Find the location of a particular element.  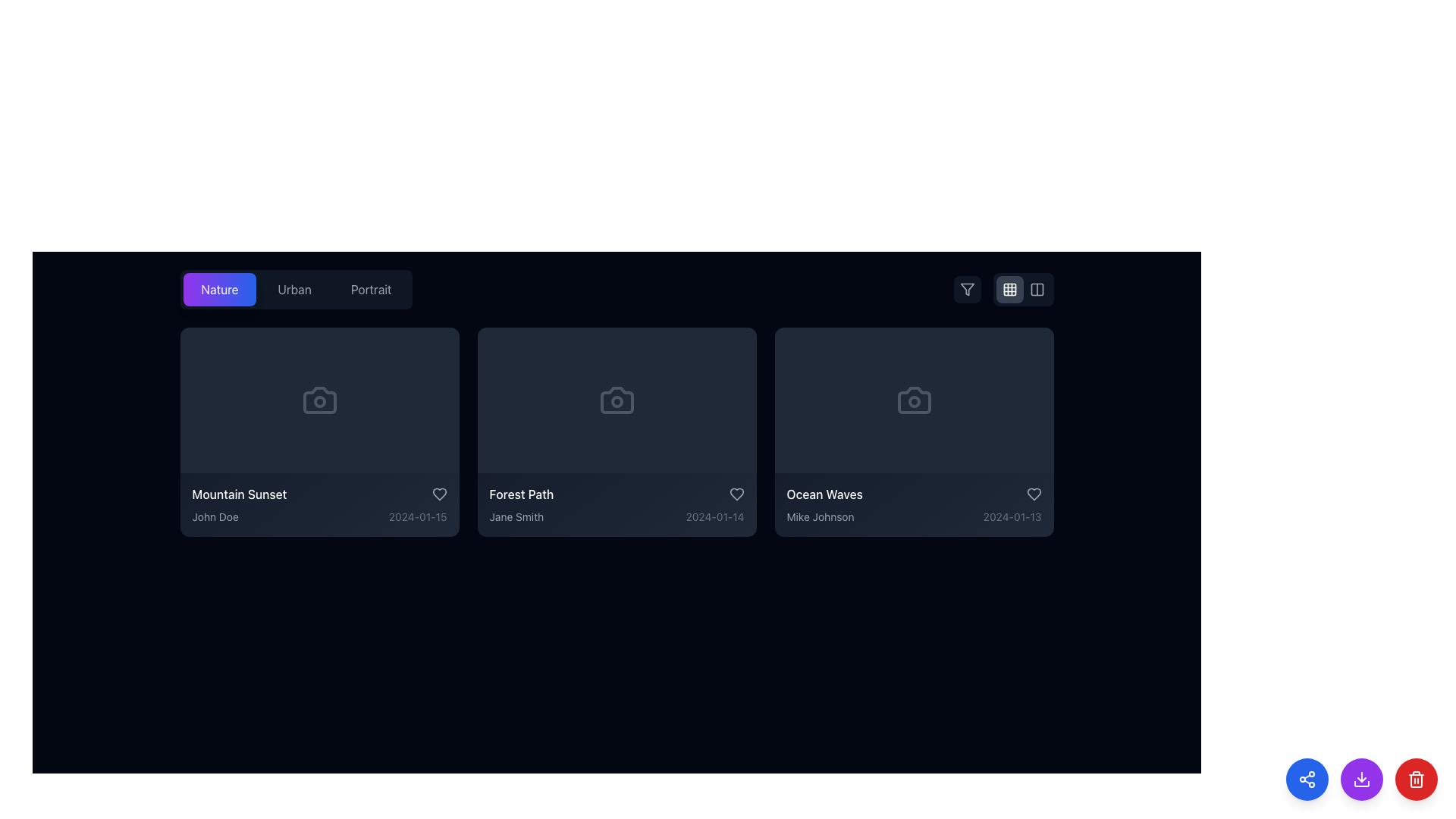

the last button on the right in the top-right section of the interface is located at coordinates (1036, 289).